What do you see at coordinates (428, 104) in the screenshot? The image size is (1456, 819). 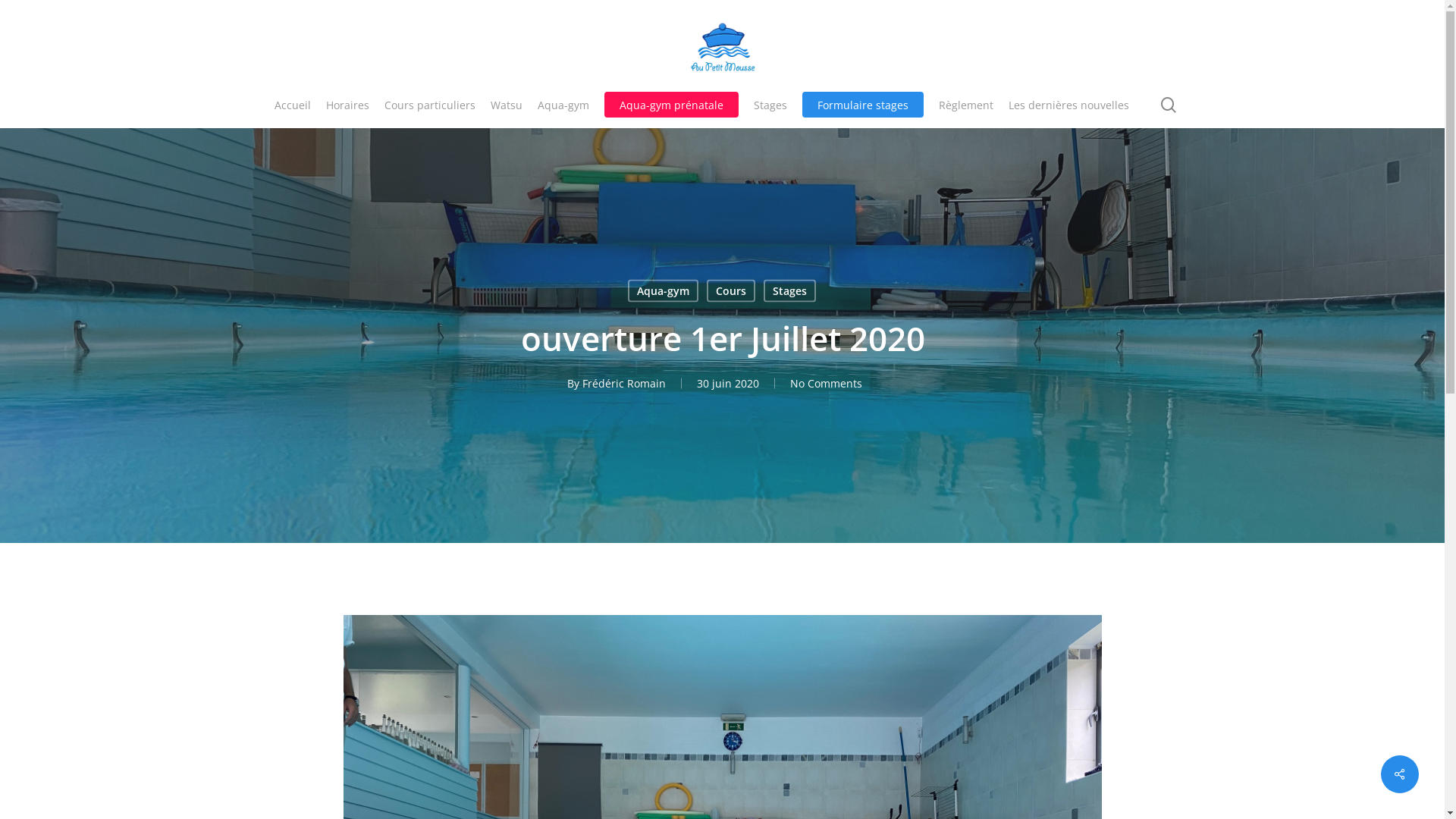 I see `'Cours particuliers'` at bounding box center [428, 104].